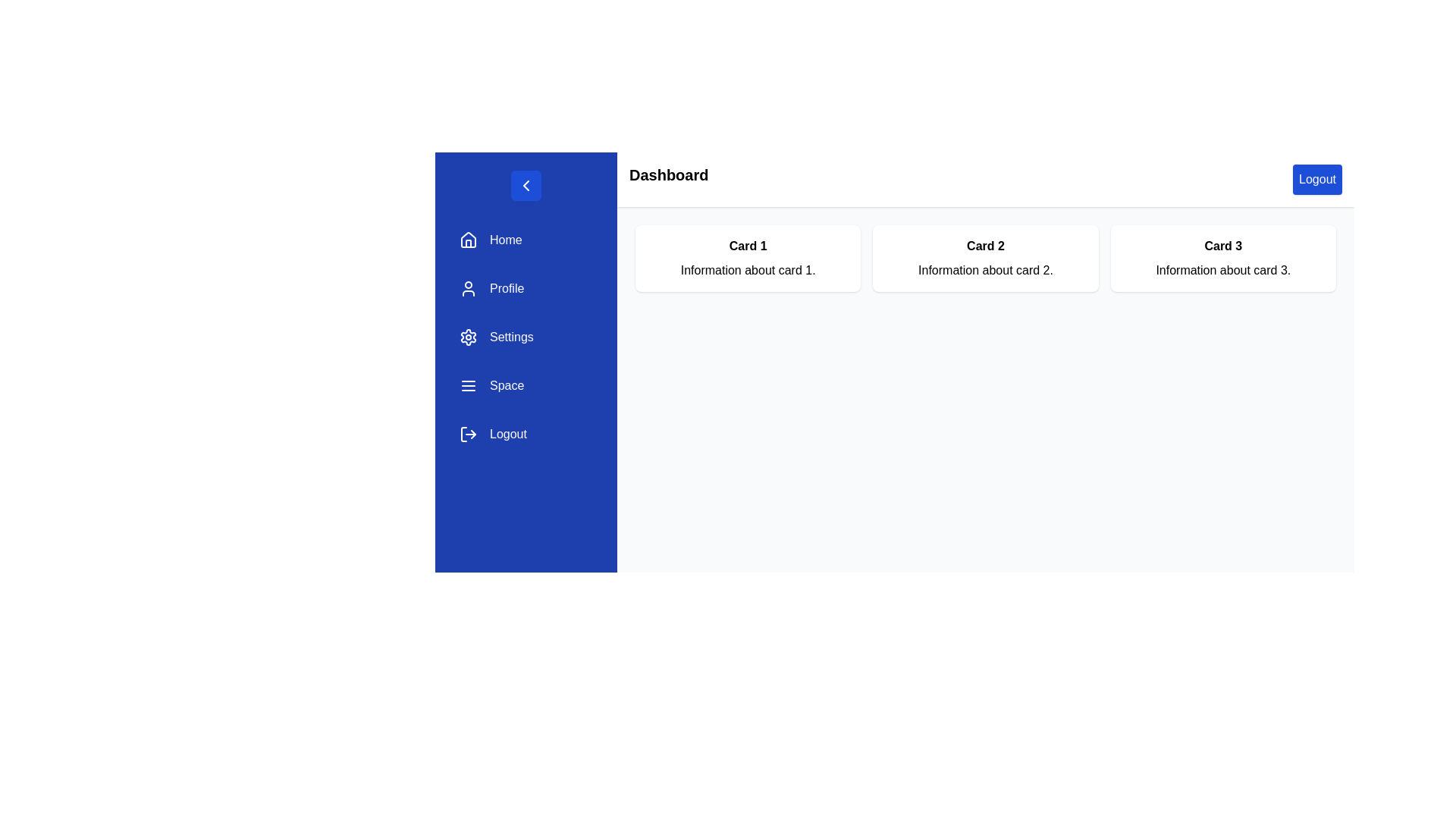  I want to click on the 'Dashboard' header label, so click(668, 178).